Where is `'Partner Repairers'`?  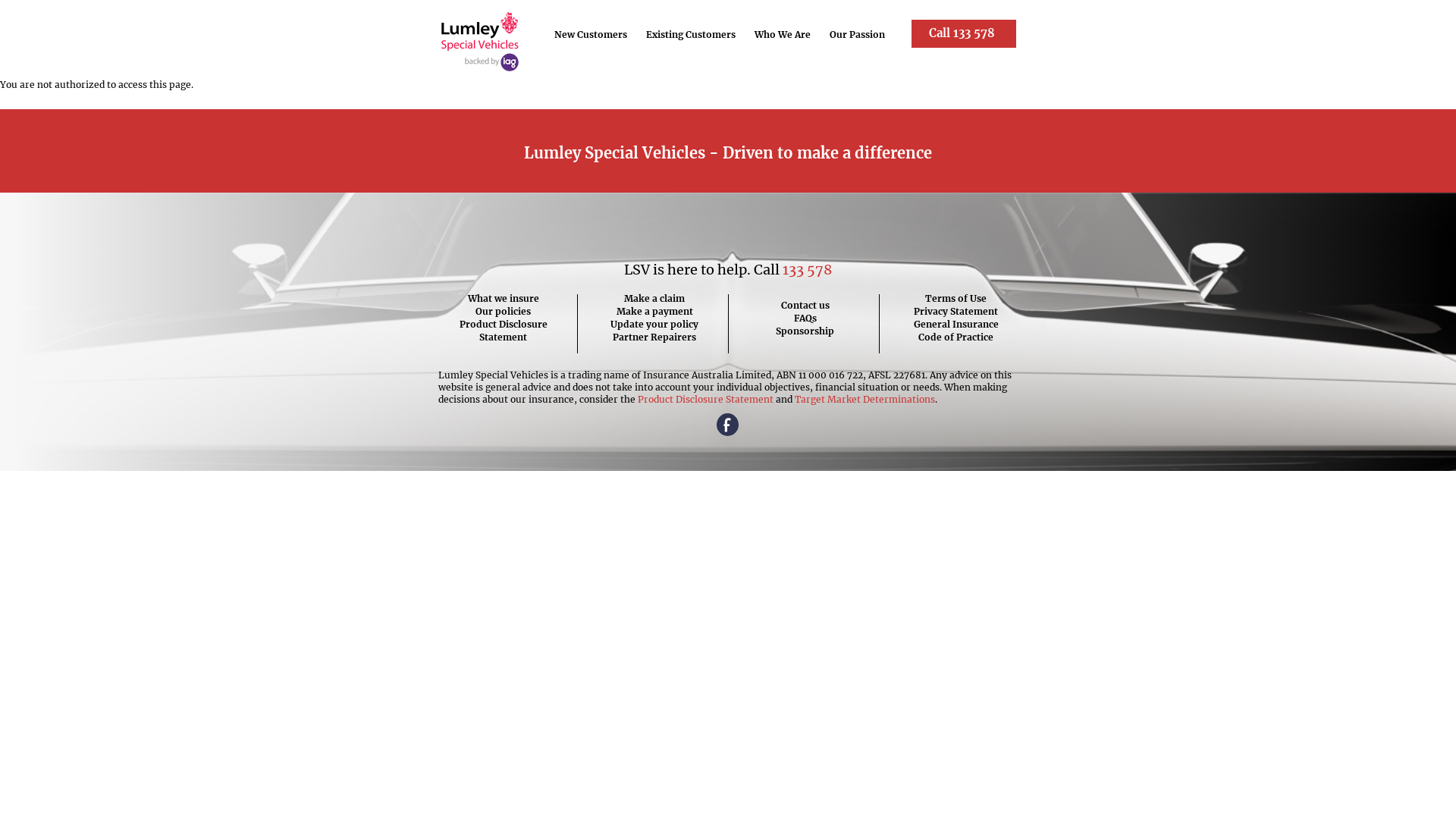
'Partner Repairers' is located at coordinates (610, 336).